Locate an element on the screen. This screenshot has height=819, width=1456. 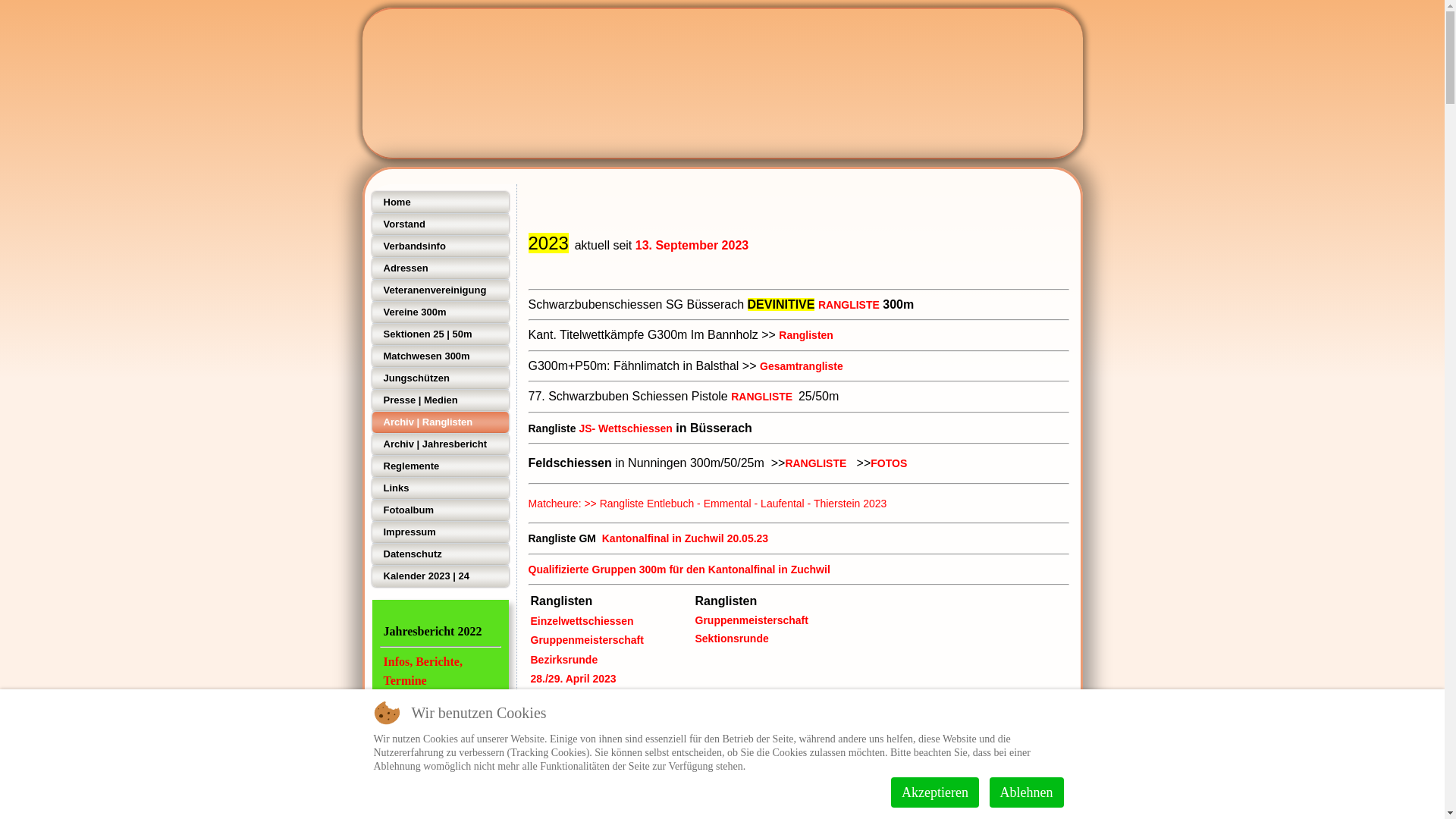
'Akzeptieren' is located at coordinates (934, 792).